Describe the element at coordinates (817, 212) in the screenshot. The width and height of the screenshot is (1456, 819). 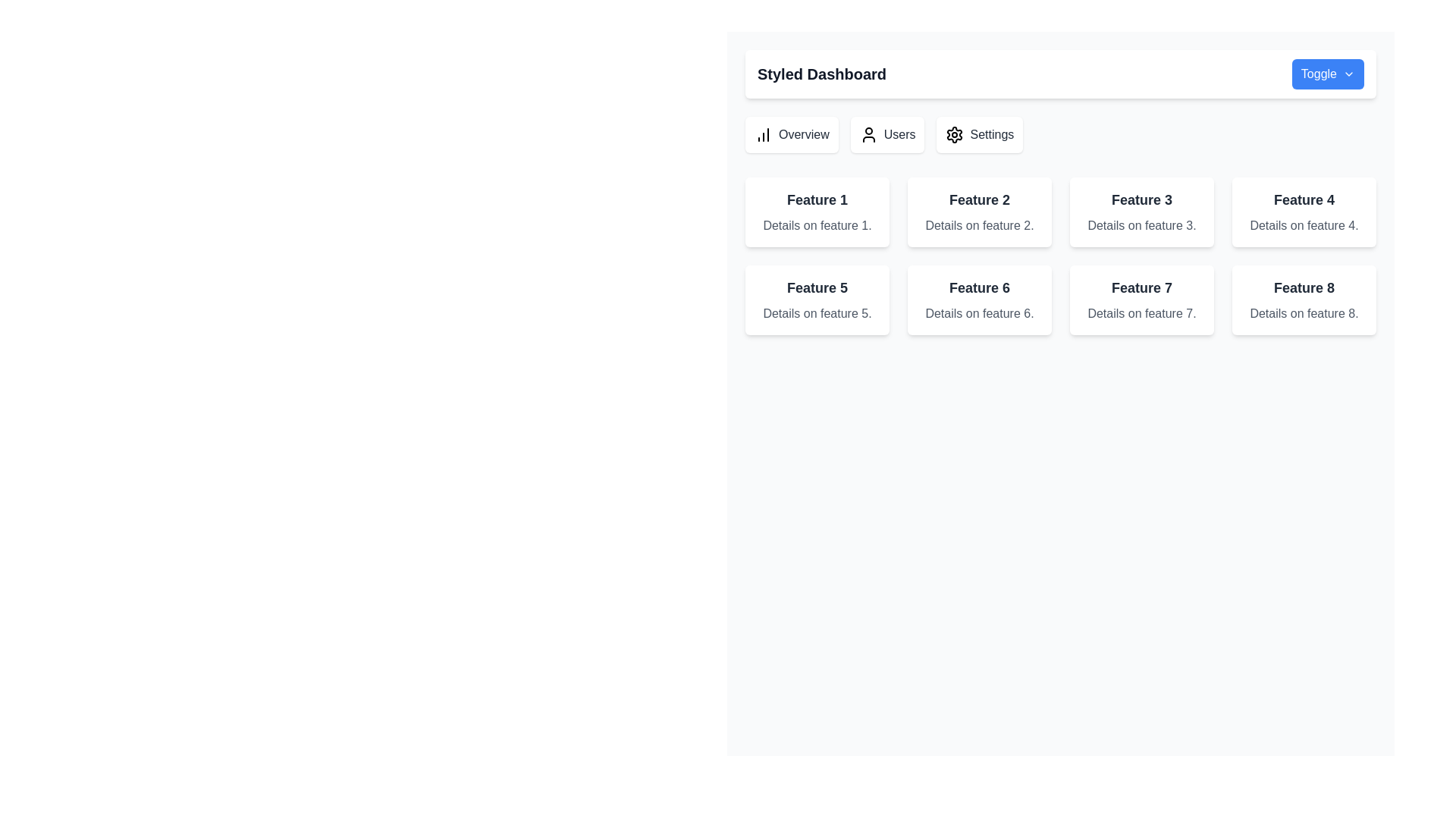
I see `the first informative card displaying a summary about 'Feature 1', located at the top-left corner of the grid layout` at that location.